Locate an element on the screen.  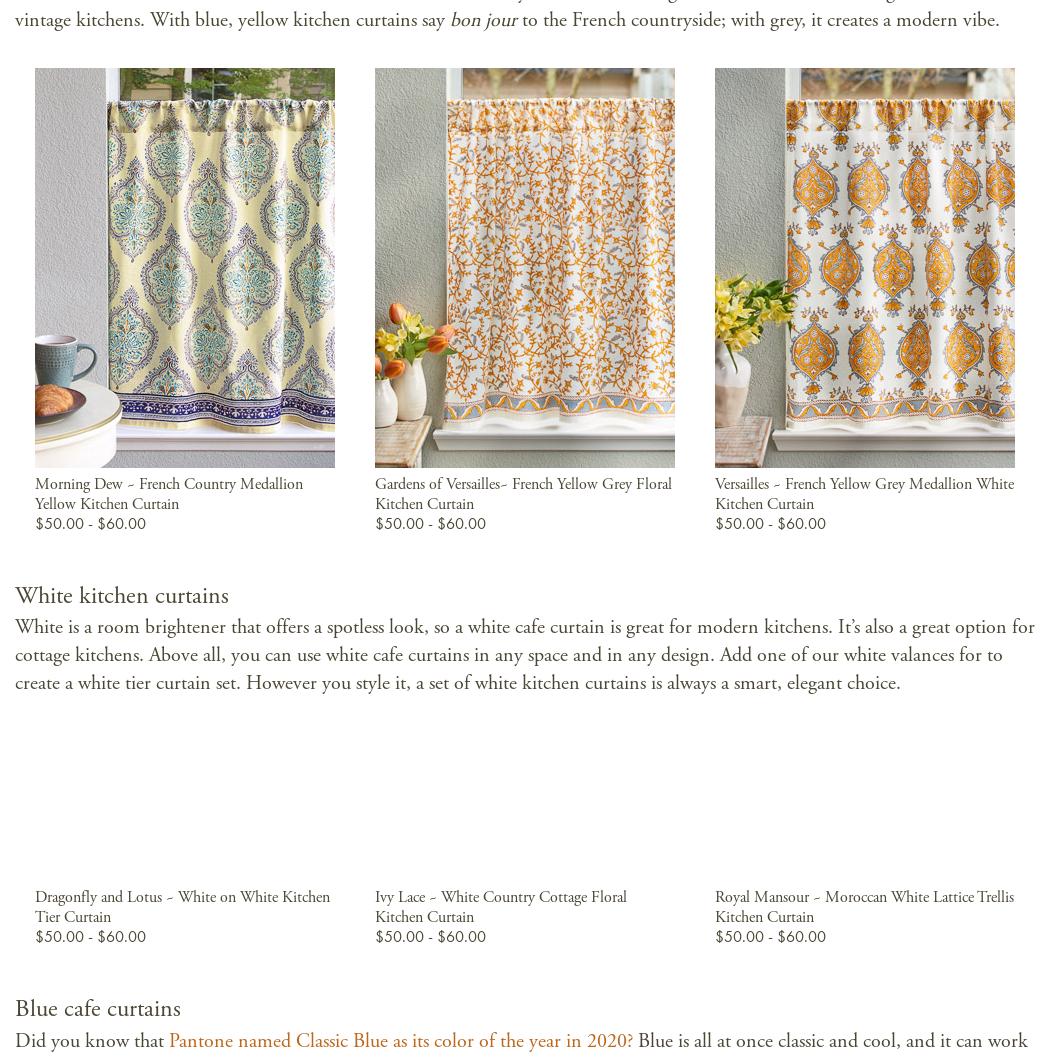
'Royal Mansour ~ Moroccan White Lattice Trellis Kitchen Curtain' is located at coordinates (862, 907).